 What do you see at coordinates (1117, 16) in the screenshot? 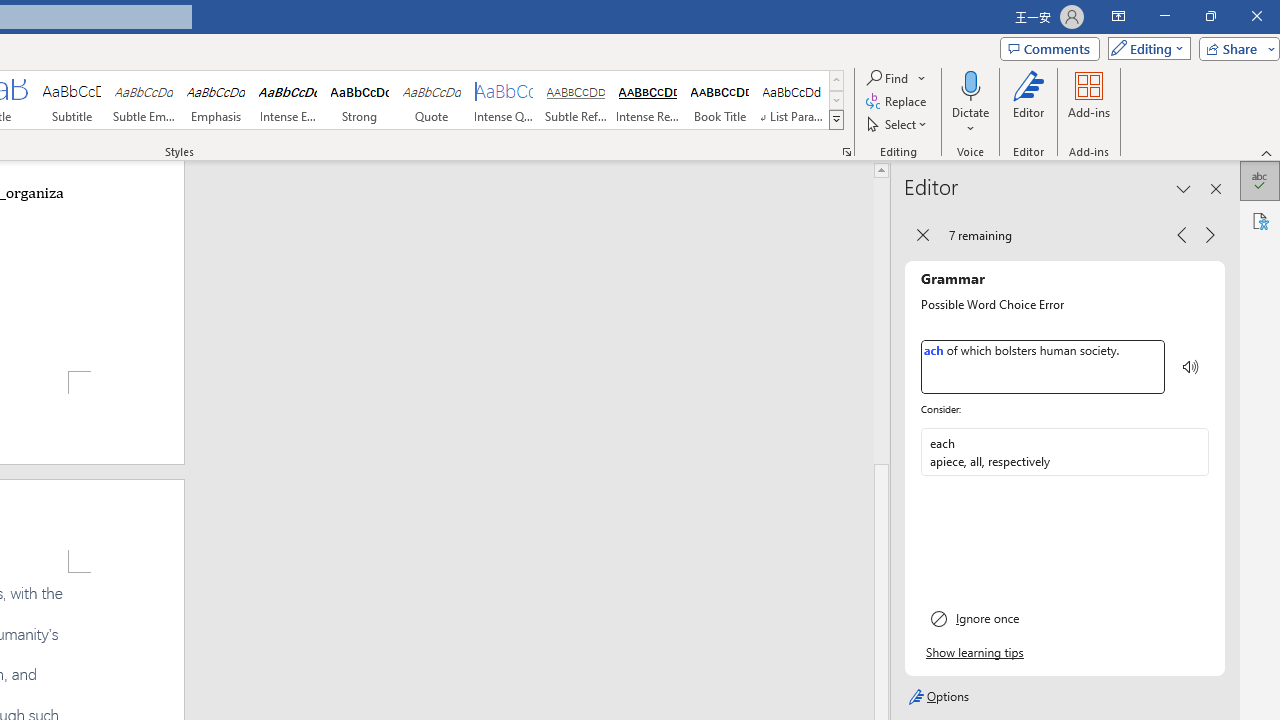
I see `'Ribbon Display Options'` at bounding box center [1117, 16].